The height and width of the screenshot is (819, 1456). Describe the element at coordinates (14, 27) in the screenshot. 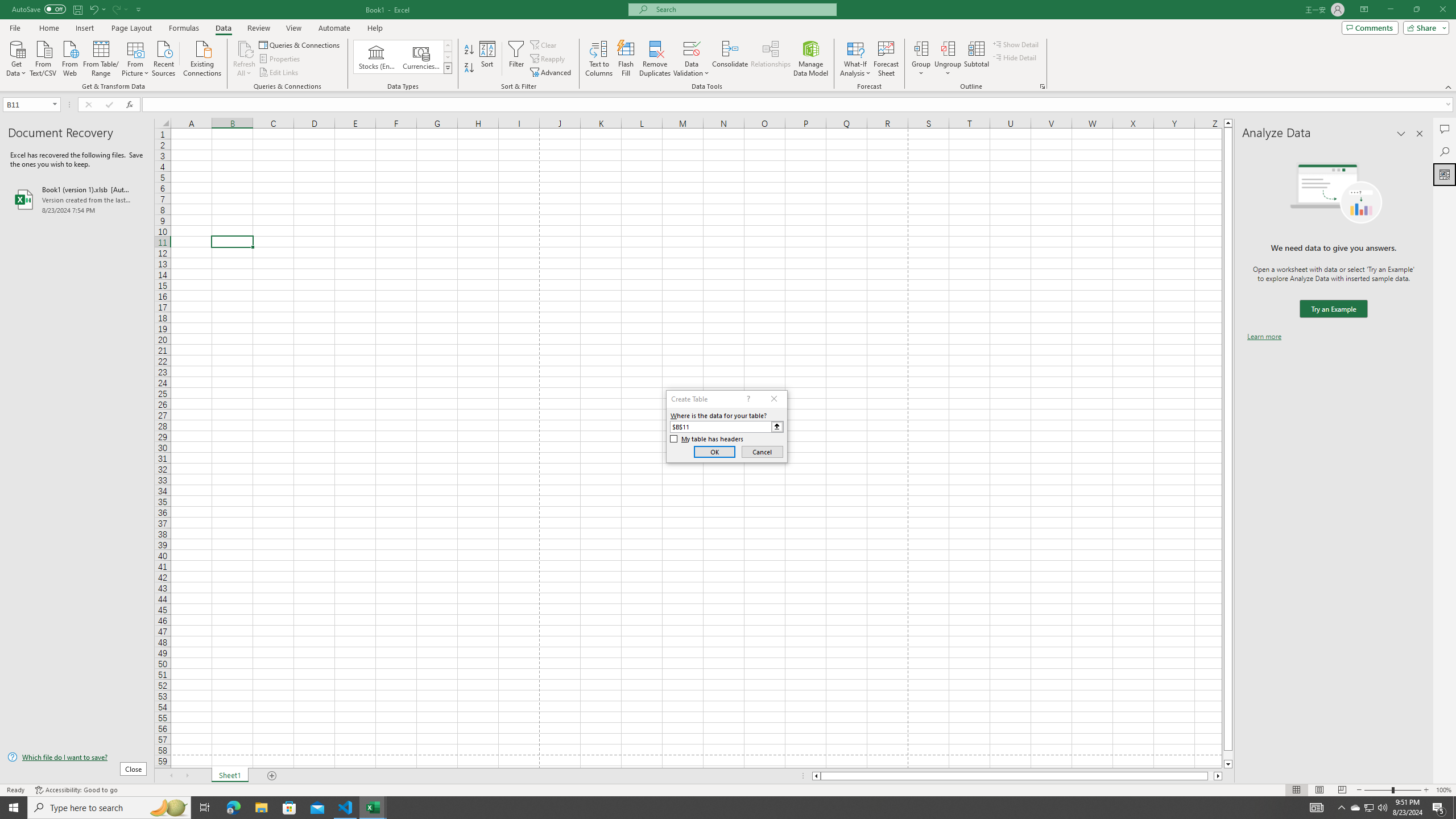

I see `'File Tab'` at that location.